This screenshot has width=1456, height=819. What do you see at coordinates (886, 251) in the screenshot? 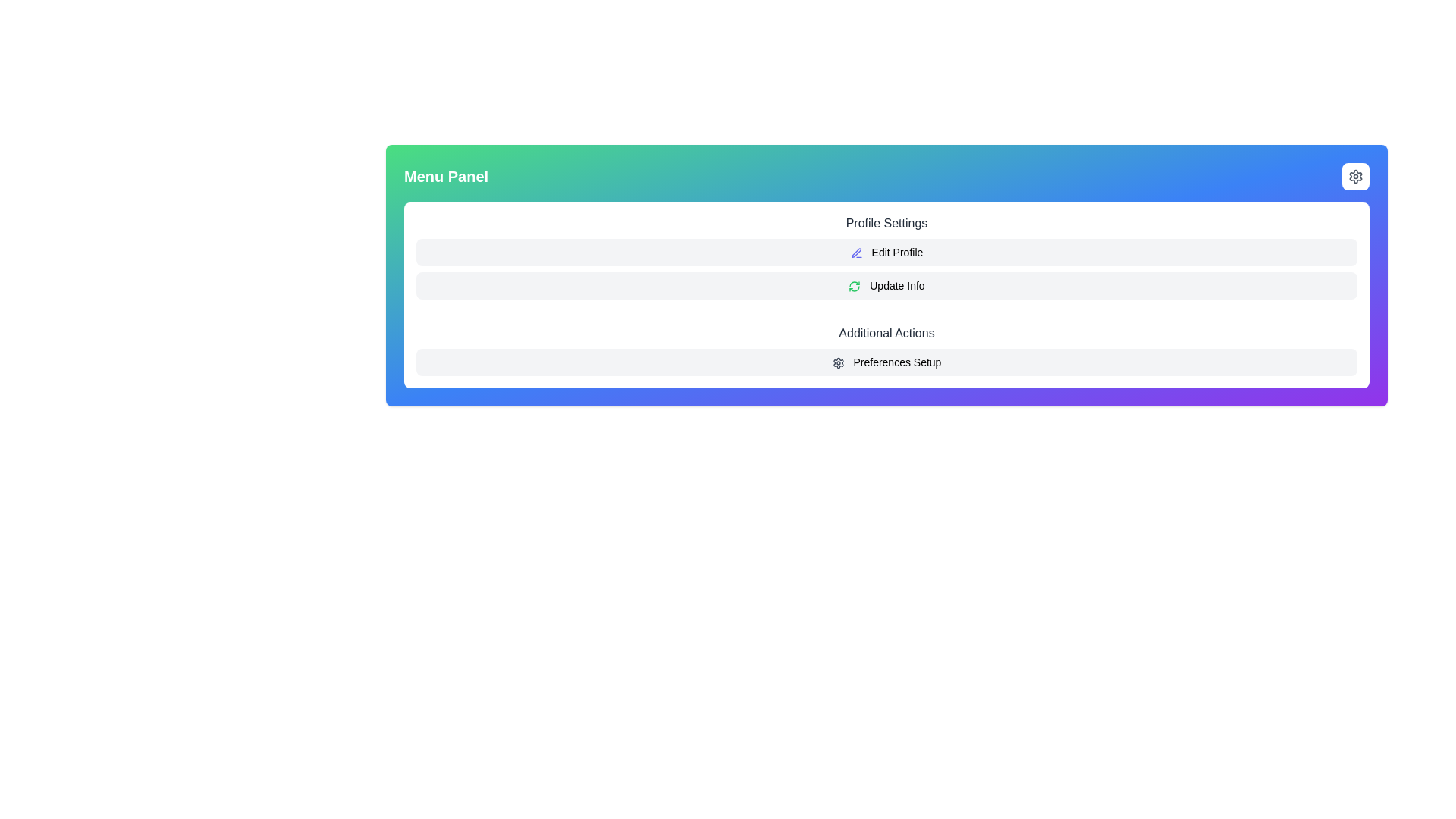
I see `the 'Edit Profile' button located in the 'Profile Settings' section of the 'Menu Panel'` at bounding box center [886, 251].